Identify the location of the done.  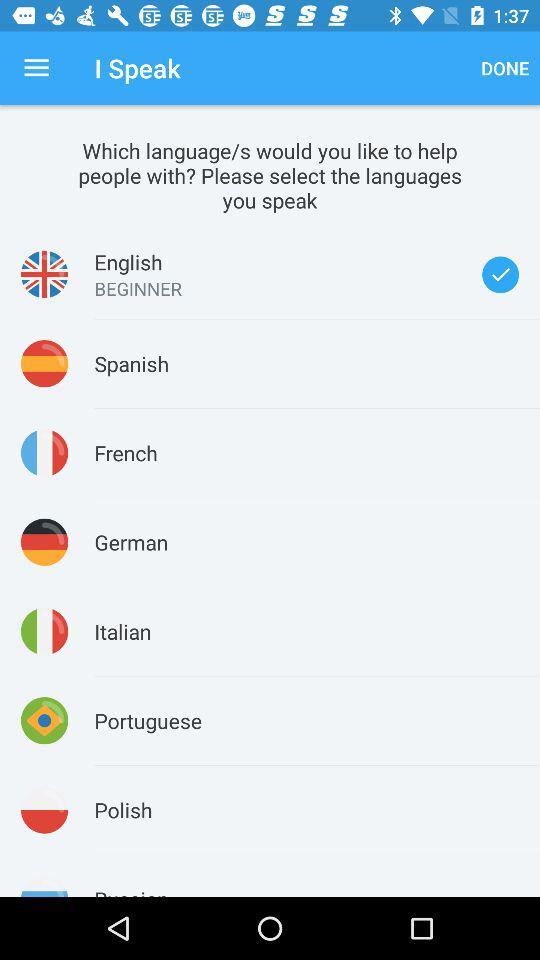
(504, 68).